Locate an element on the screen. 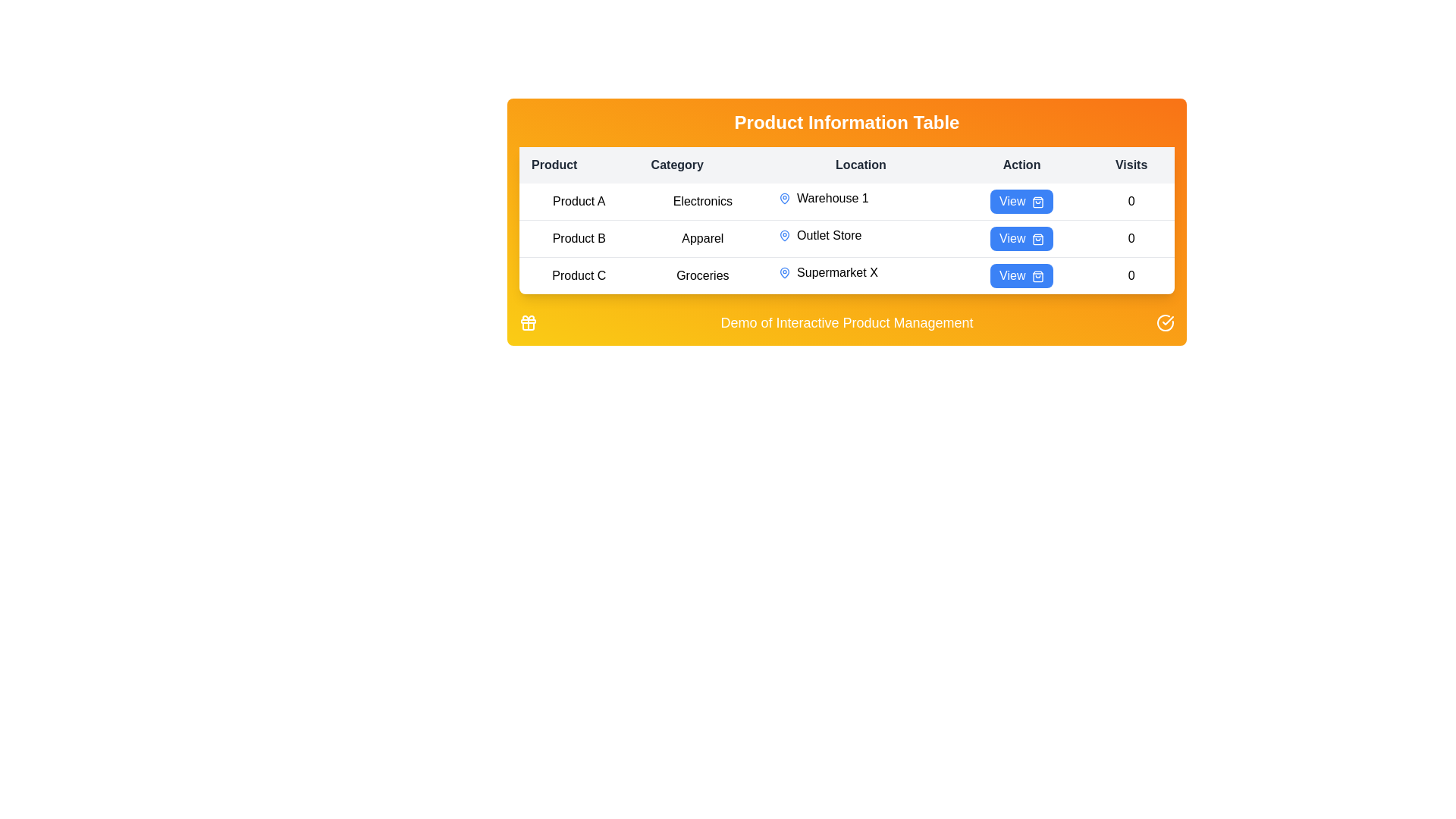  the 'Visits' label, which is the fifth column header in the table, displayed in bold font on a light gray background is located at coordinates (1131, 165).